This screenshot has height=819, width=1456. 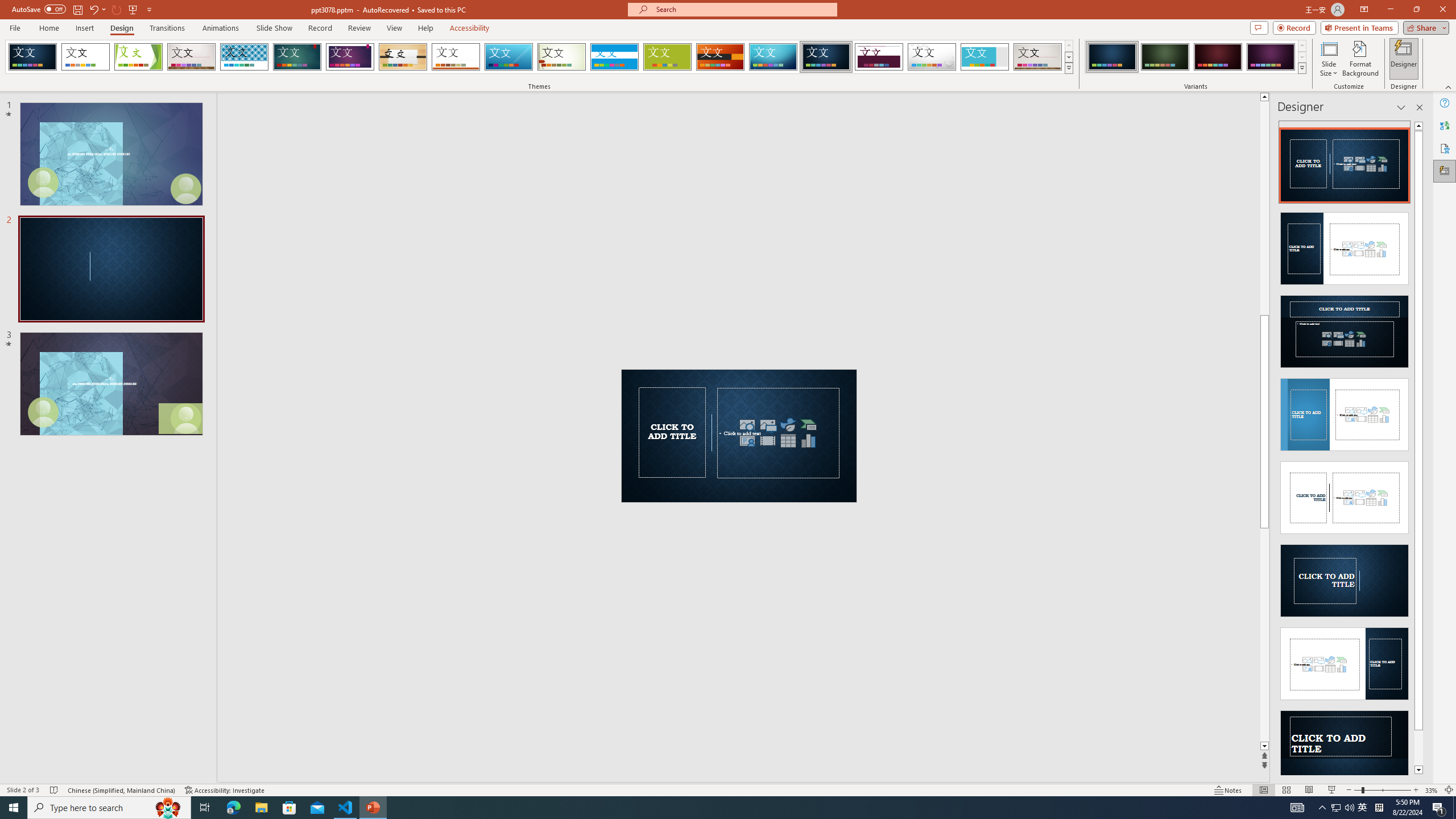 I want to click on 'Damask Variant 1', so click(x=1111, y=56).